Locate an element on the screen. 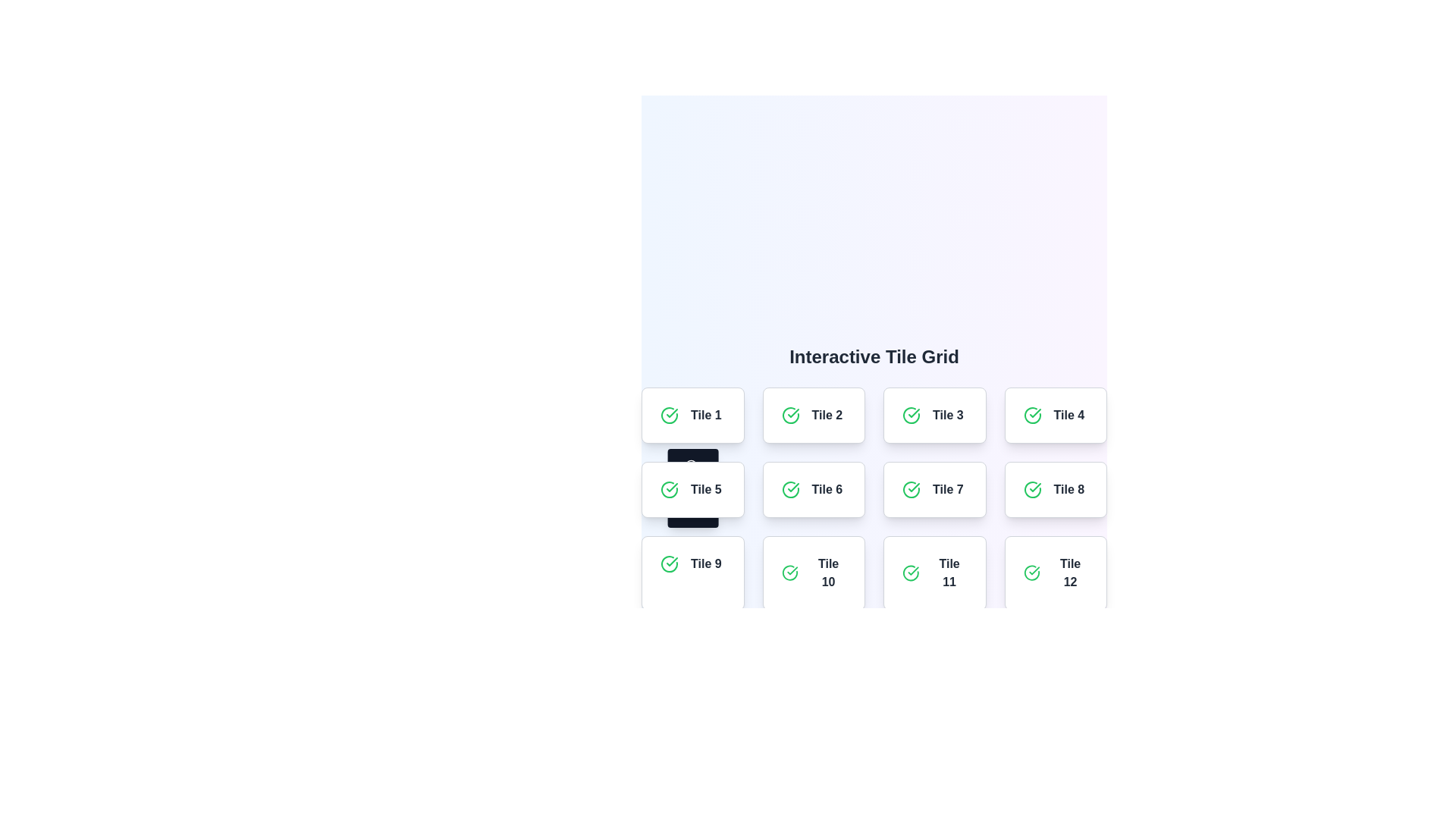  the sixth interactive tile in the grid layout, located in the second row and second column, to trigger a visual effect is located at coordinates (813, 489).